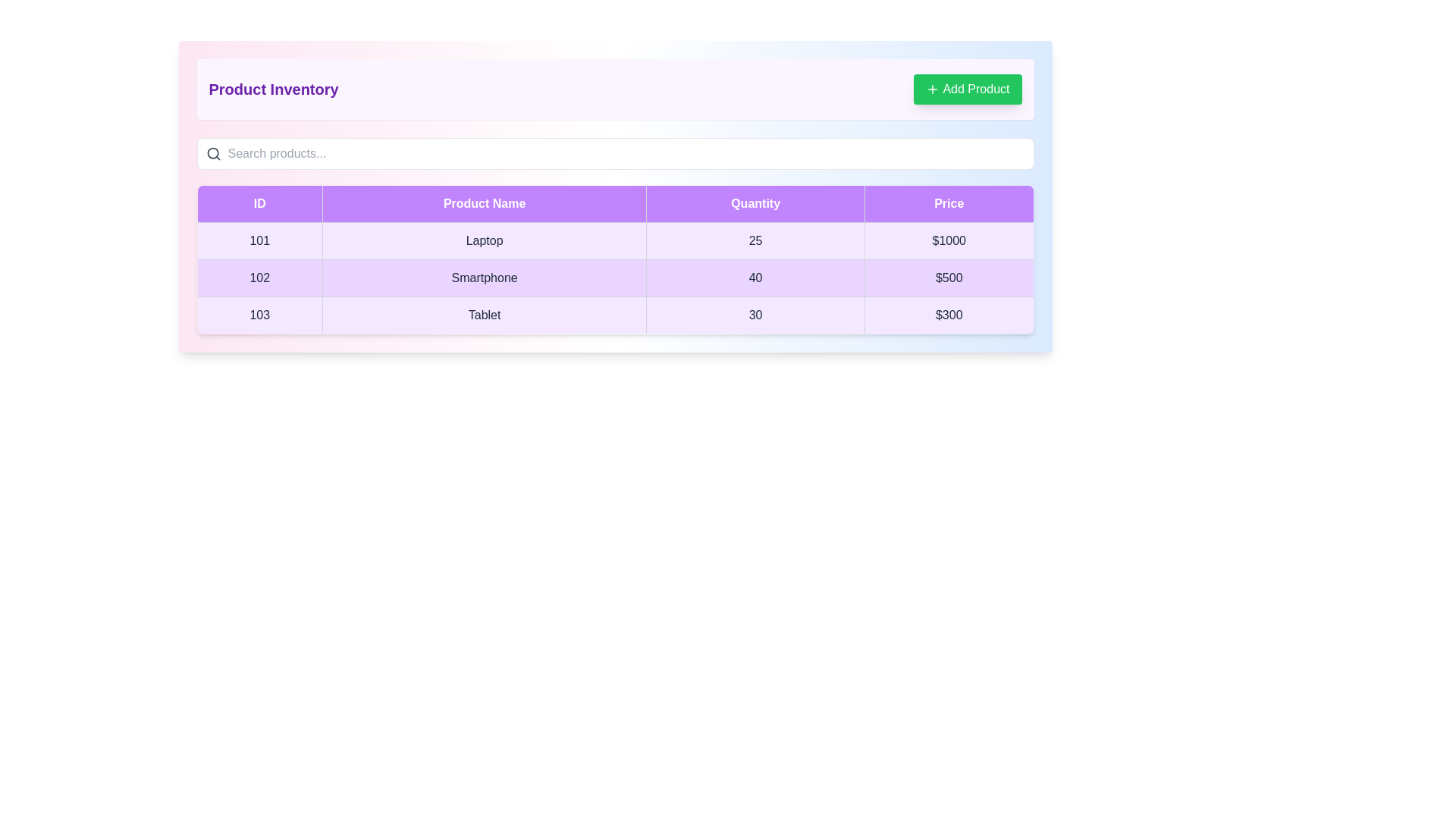  Describe the element at coordinates (484, 203) in the screenshot. I see `the table header cell labeled 'Product Name' which has a light purple background and white text, positioned between the 'ID' and 'Quantity' columns` at that location.